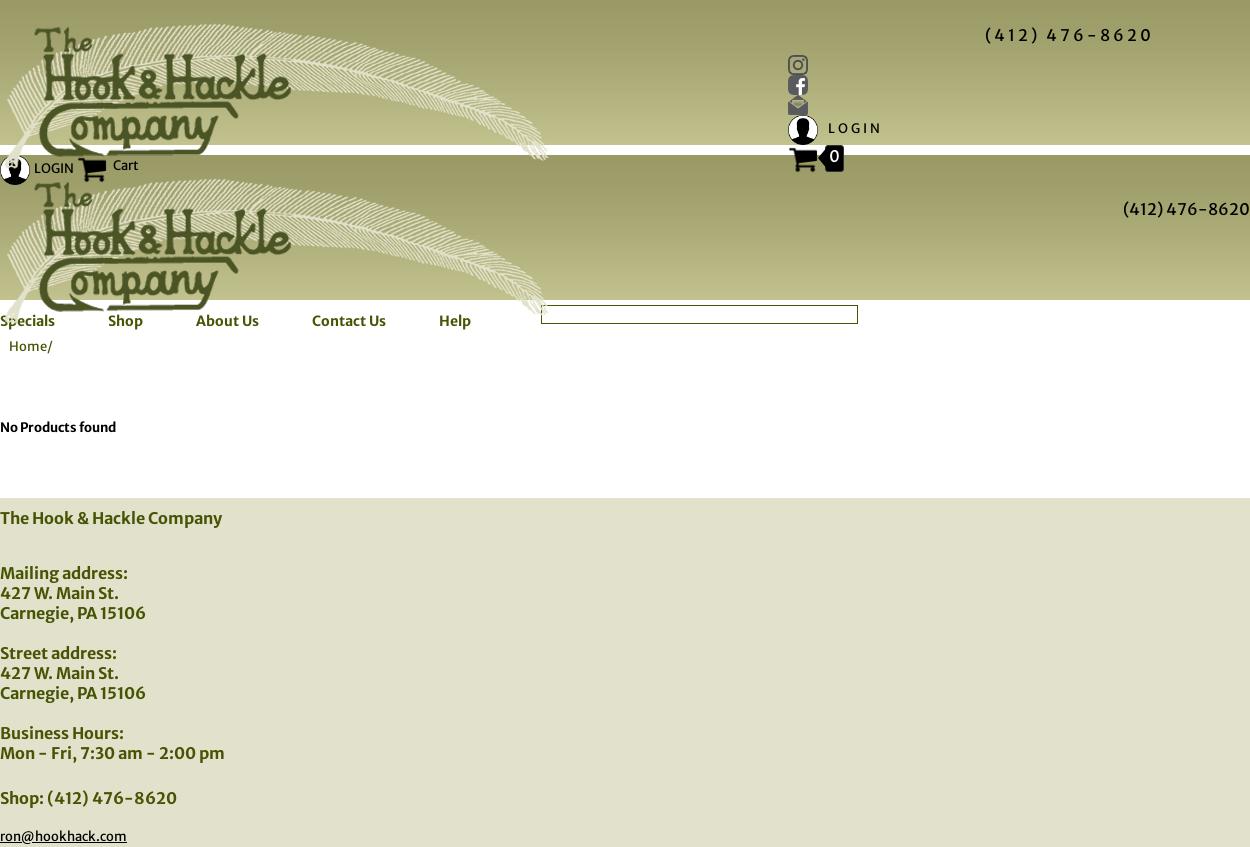  What do you see at coordinates (47, 346) in the screenshot?
I see `'/'` at bounding box center [47, 346].